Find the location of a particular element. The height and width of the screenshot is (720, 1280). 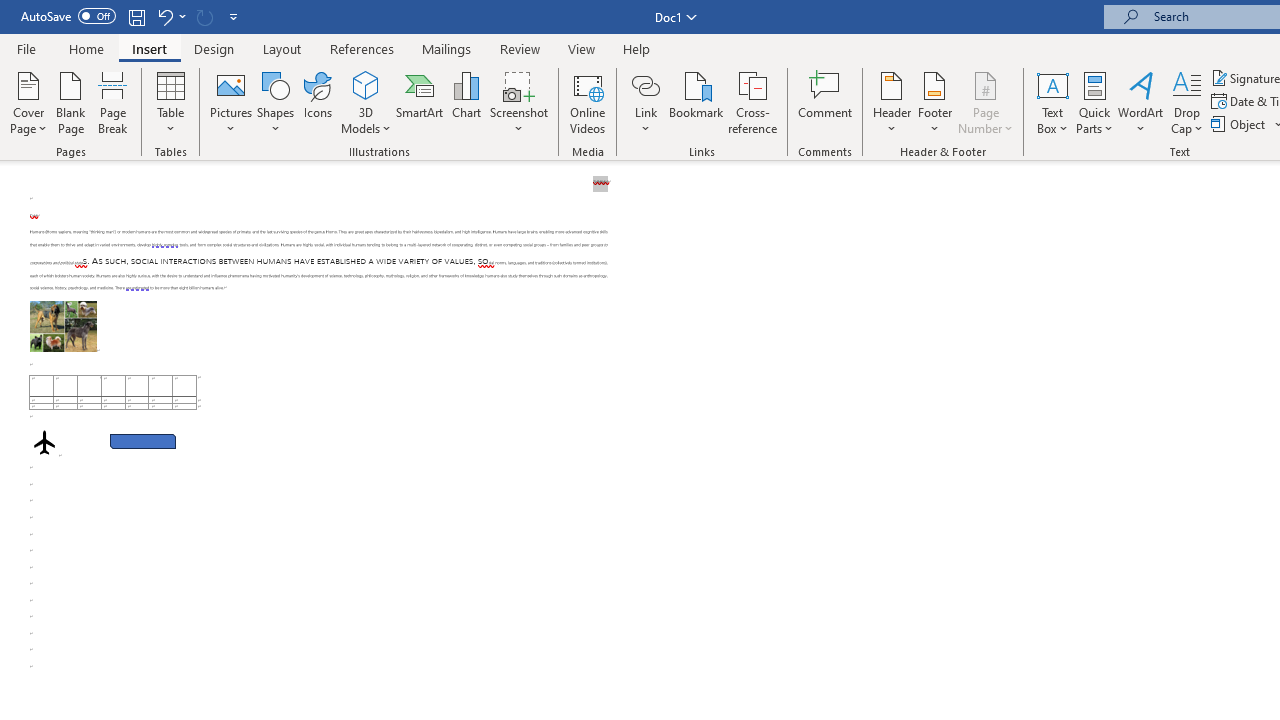

'Cross-reference...' is located at coordinates (751, 103).